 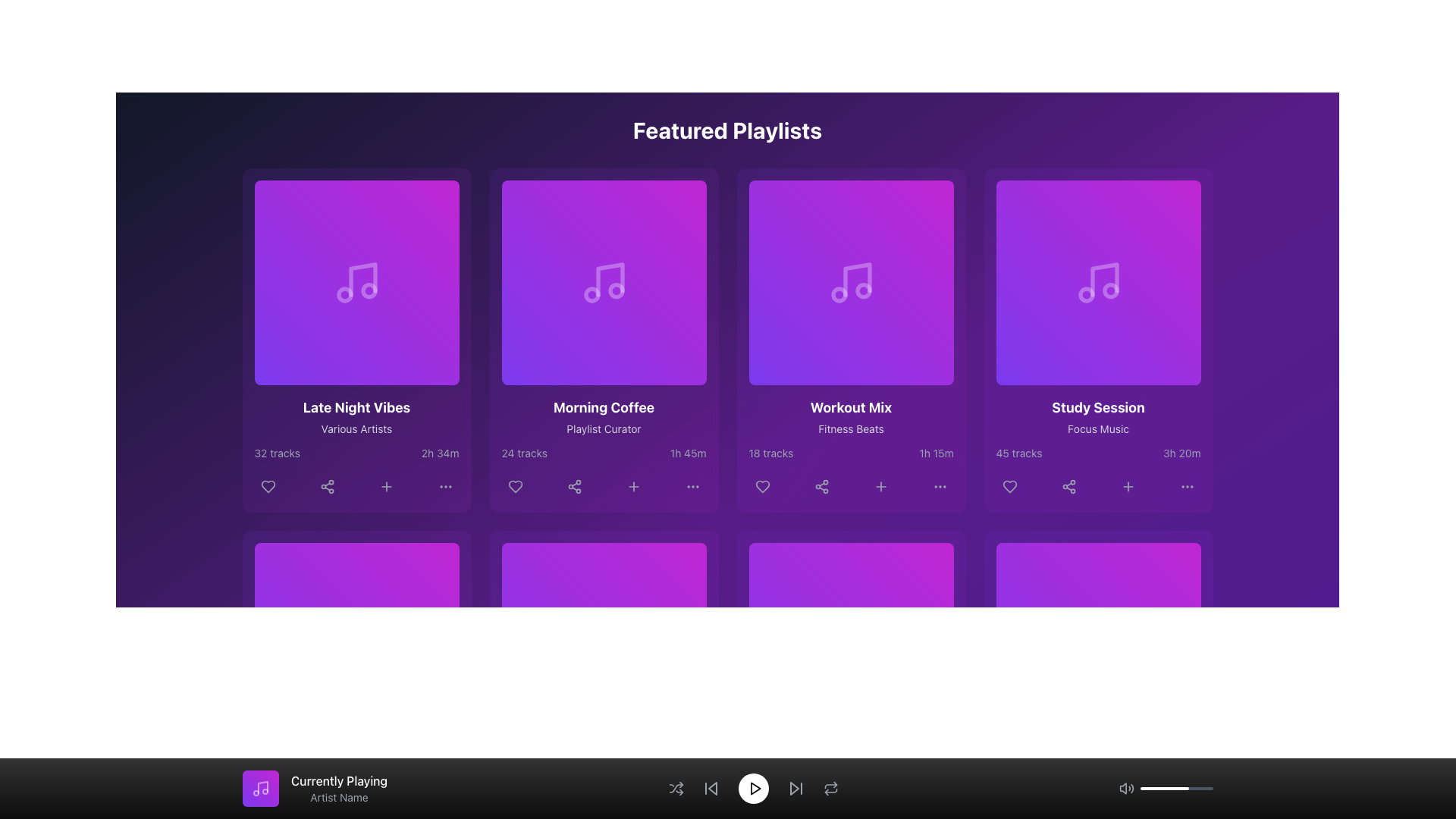 What do you see at coordinates (633, 486) in the screenshot?
I see `the circular '+' button styled in gray that turns white on hover, located as the third button beneath the 'Morning Coffee' playlist card` at bounding box center [633, 486].